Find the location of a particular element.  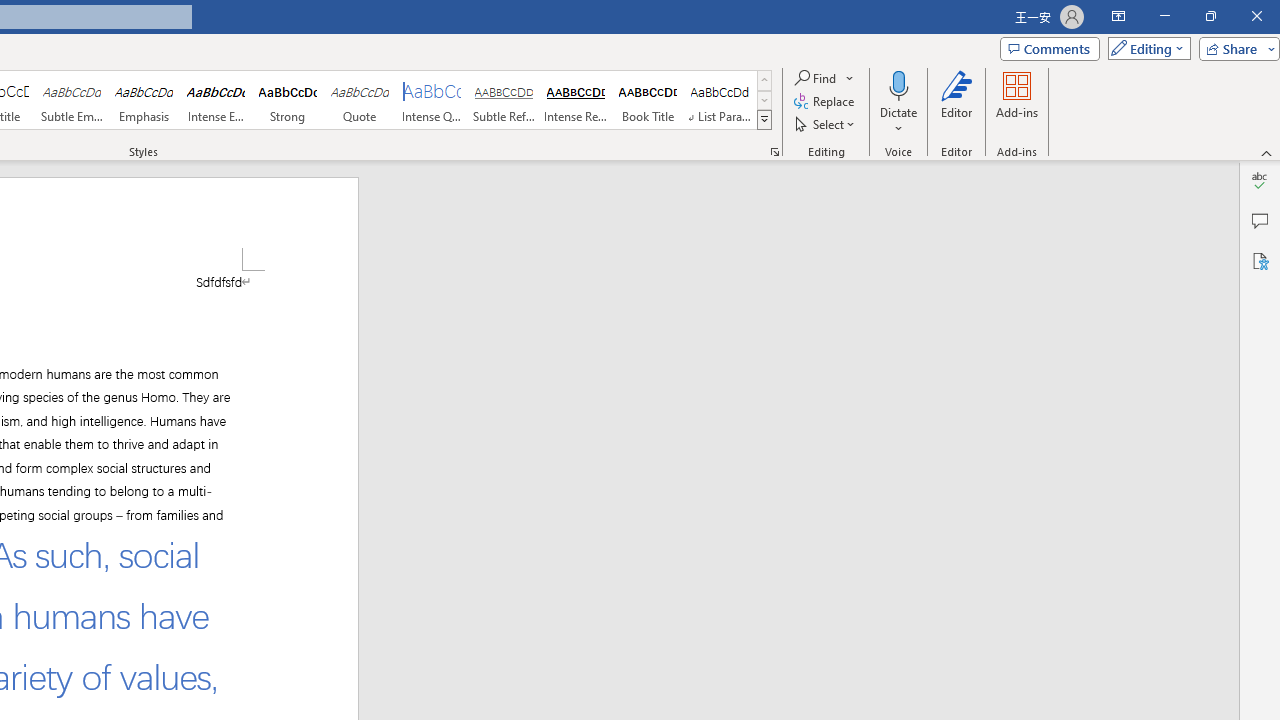

'Strong' is located at coordinates (287, 100).